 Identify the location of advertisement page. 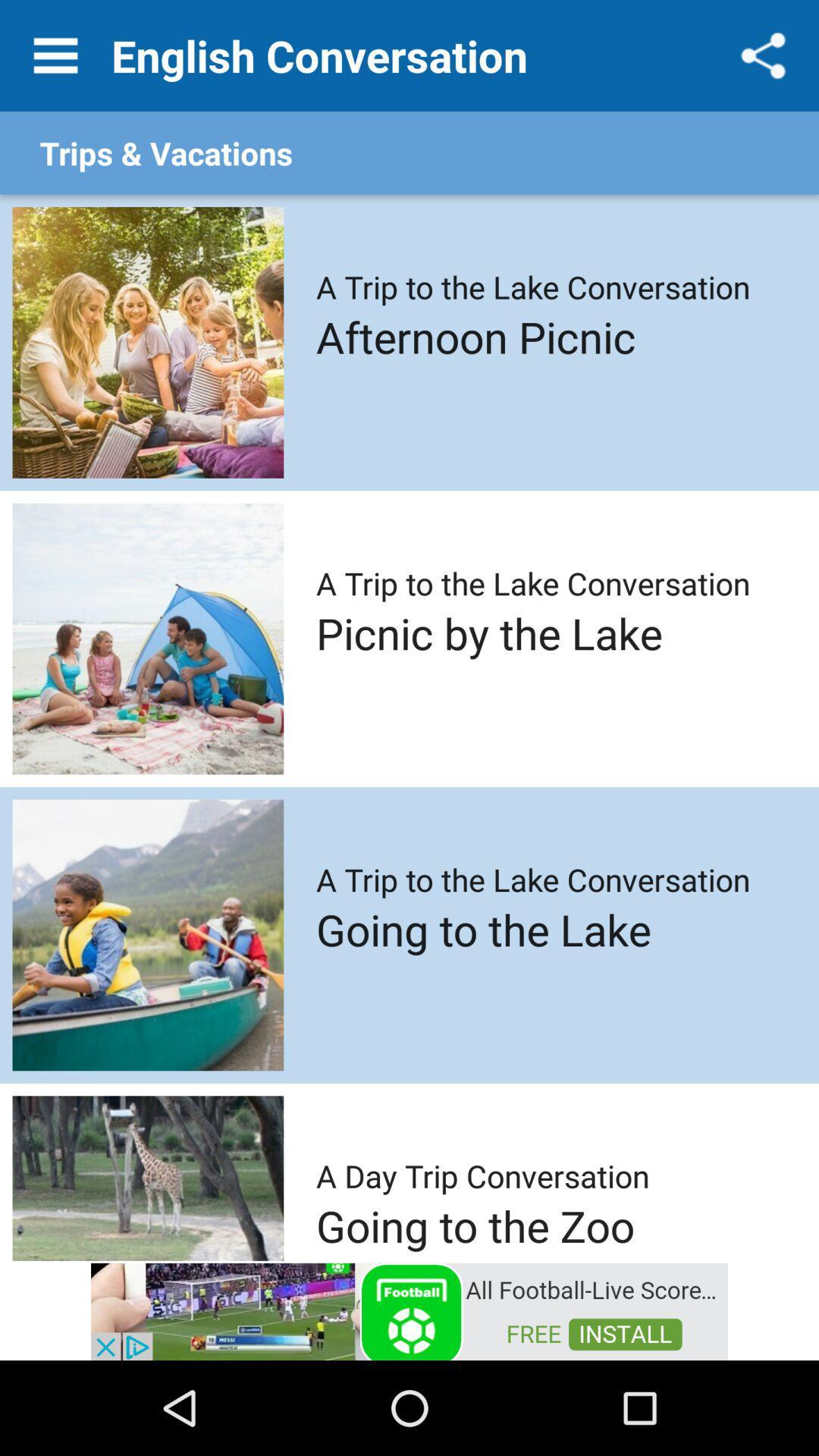
(409, 1310).